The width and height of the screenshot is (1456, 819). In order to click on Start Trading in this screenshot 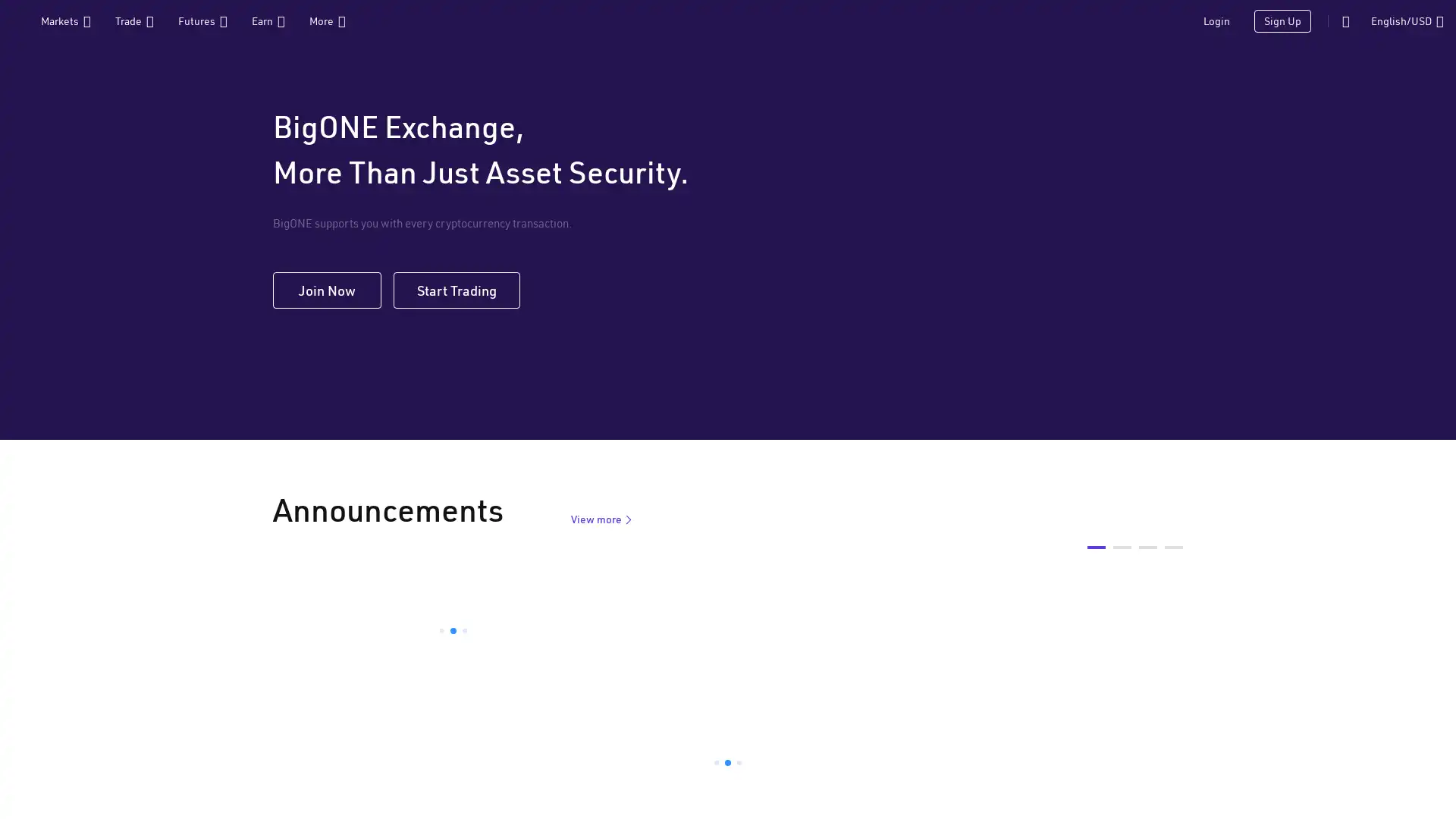, I will do `click(456, 290)`.